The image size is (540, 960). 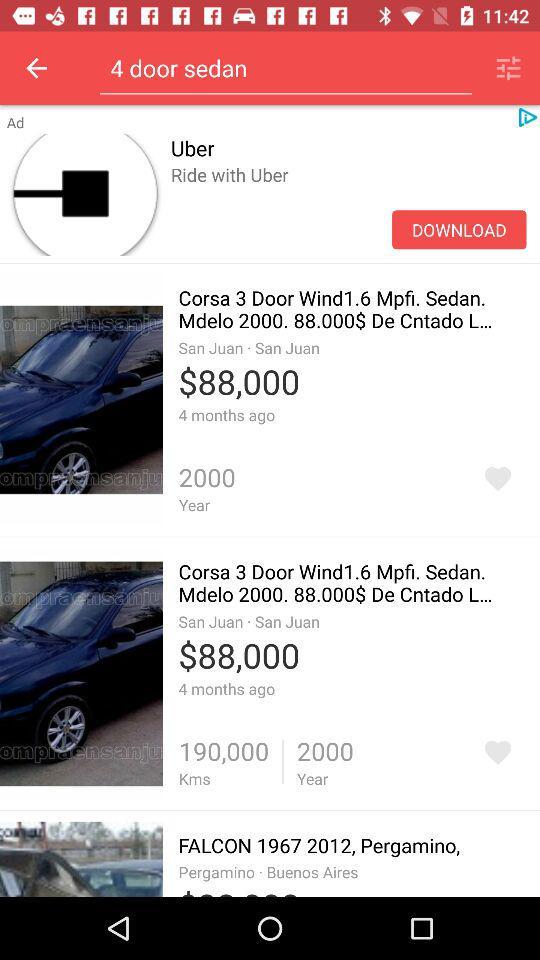 I want to click on go back, so click(x=36, y=68).